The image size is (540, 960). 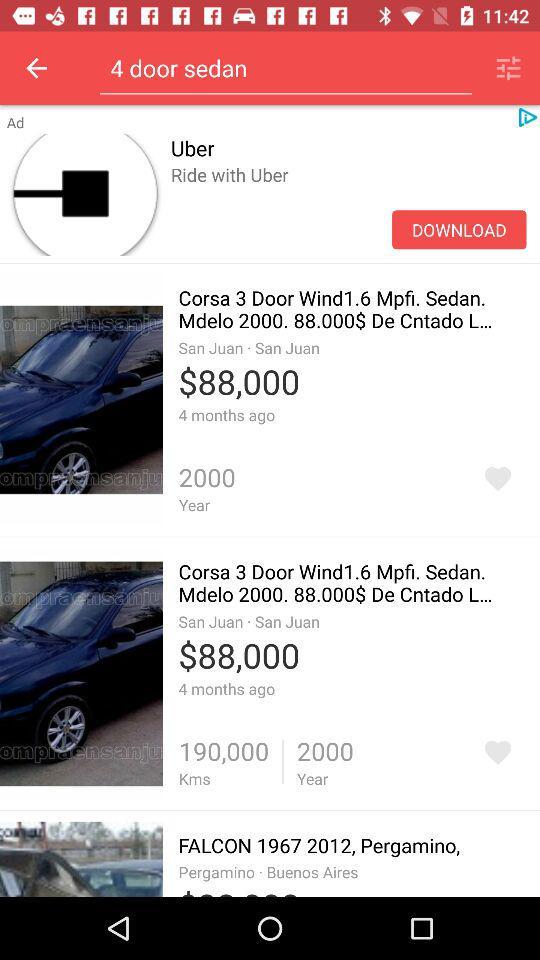 I want to click on go back, so click(x=36, y=68).